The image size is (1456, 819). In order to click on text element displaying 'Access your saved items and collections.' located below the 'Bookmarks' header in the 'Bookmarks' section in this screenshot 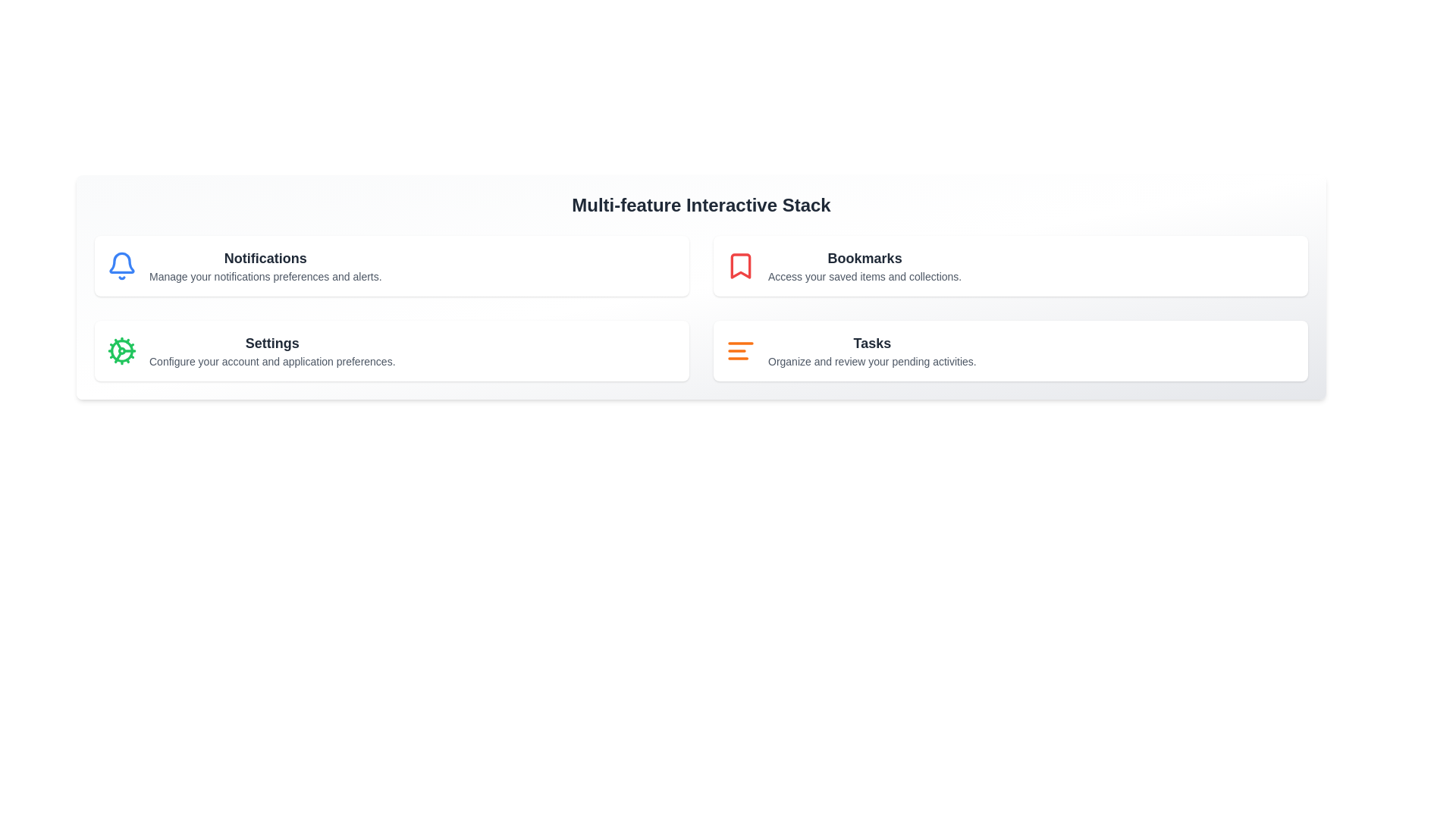, I will do `click(864, 277)`.